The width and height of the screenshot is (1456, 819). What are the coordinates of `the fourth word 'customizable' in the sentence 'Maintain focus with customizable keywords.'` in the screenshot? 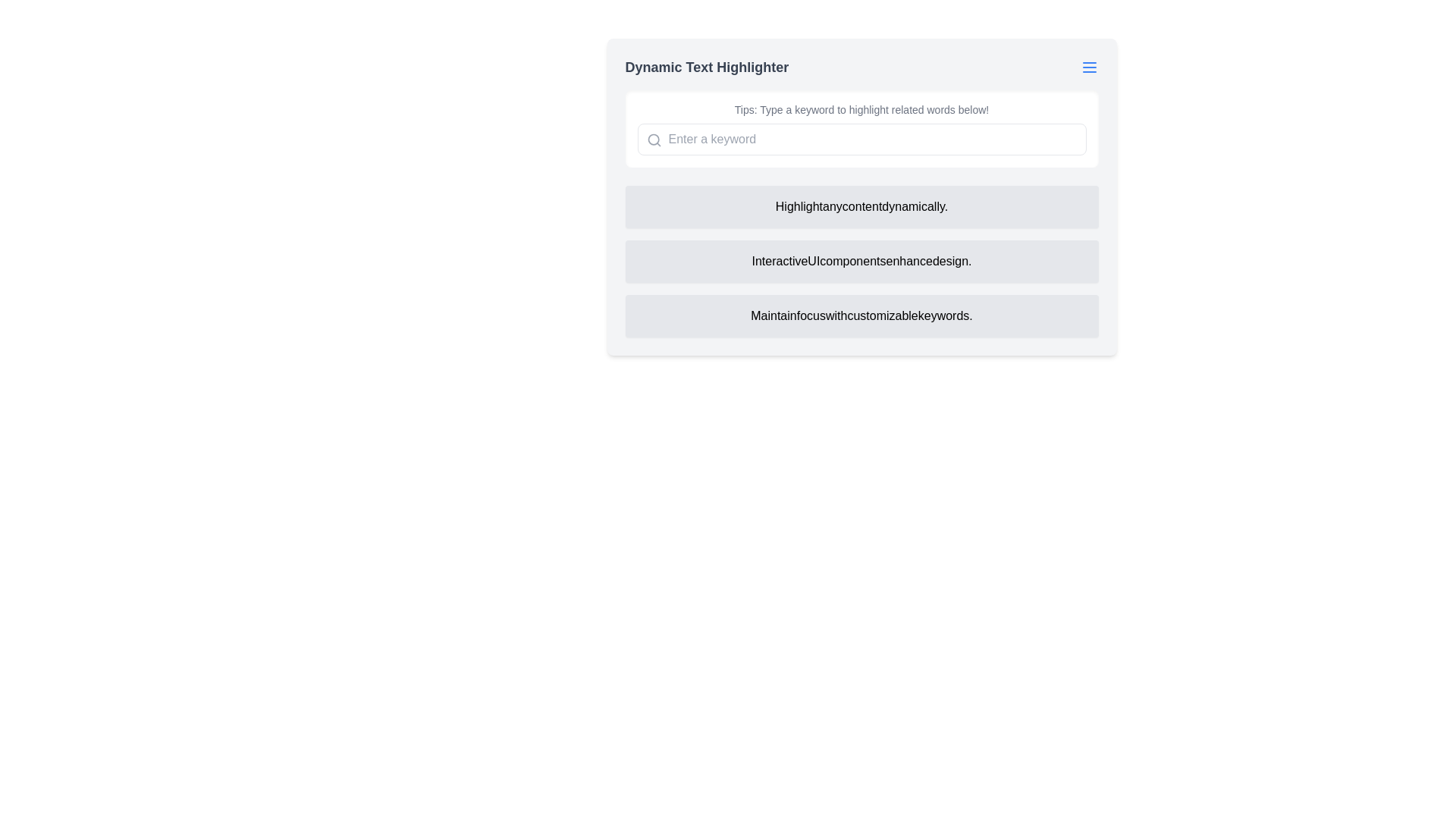 It's located at (883, 315).